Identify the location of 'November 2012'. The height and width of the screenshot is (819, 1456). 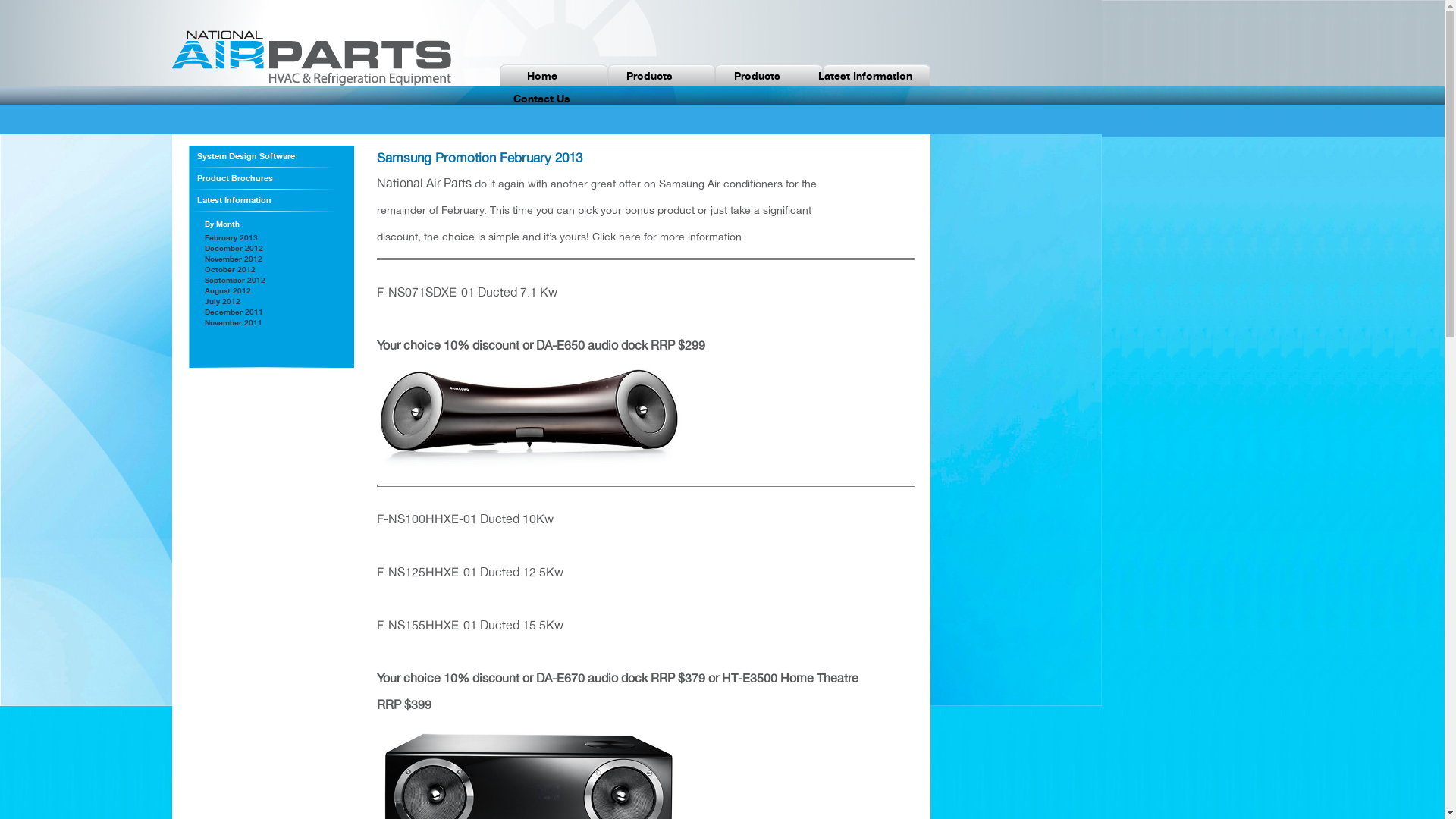
(232, 257).